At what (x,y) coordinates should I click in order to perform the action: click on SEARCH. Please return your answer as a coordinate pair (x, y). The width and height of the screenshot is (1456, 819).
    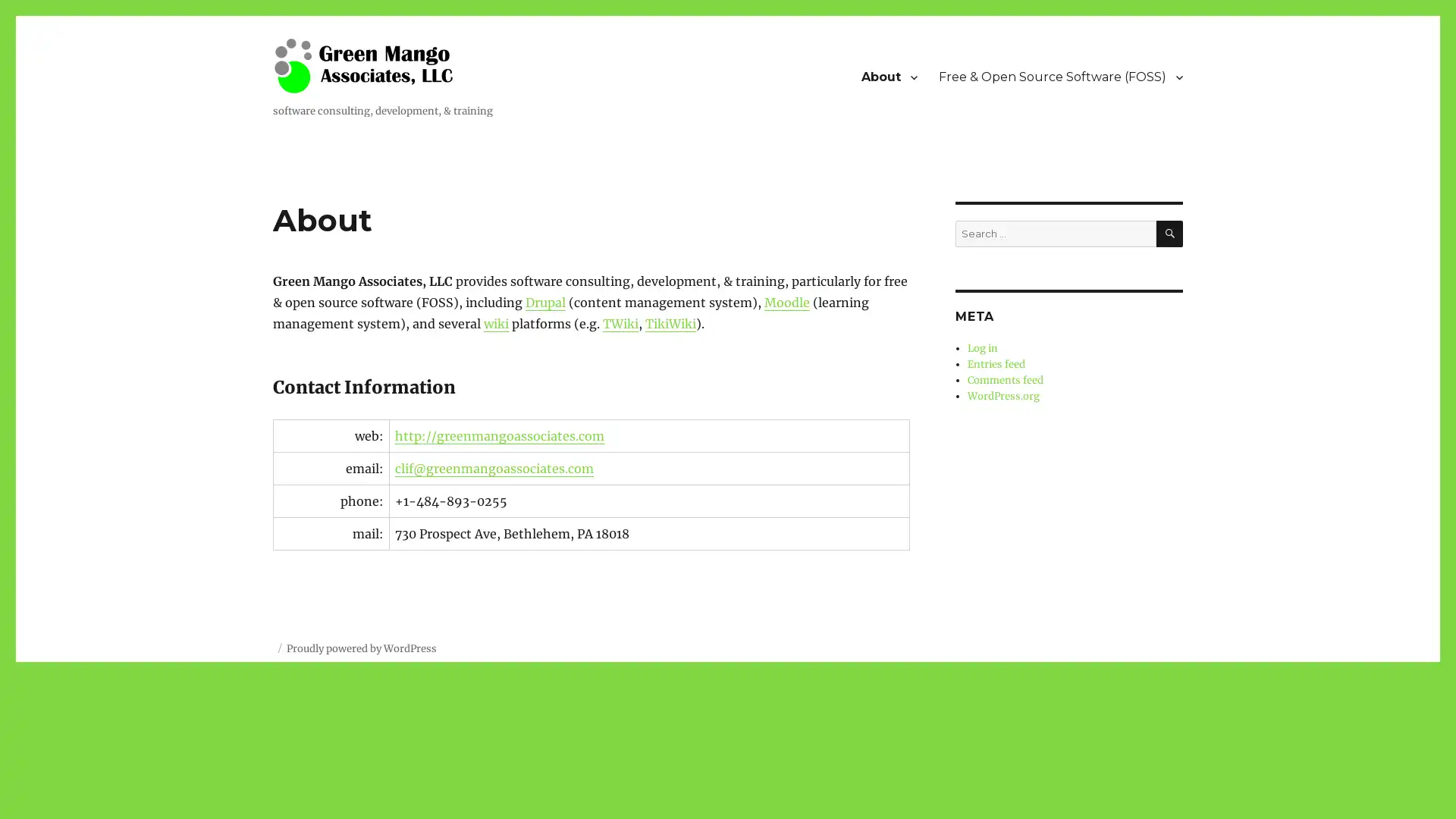
    Looking at the image, I should click on (1169, 234).